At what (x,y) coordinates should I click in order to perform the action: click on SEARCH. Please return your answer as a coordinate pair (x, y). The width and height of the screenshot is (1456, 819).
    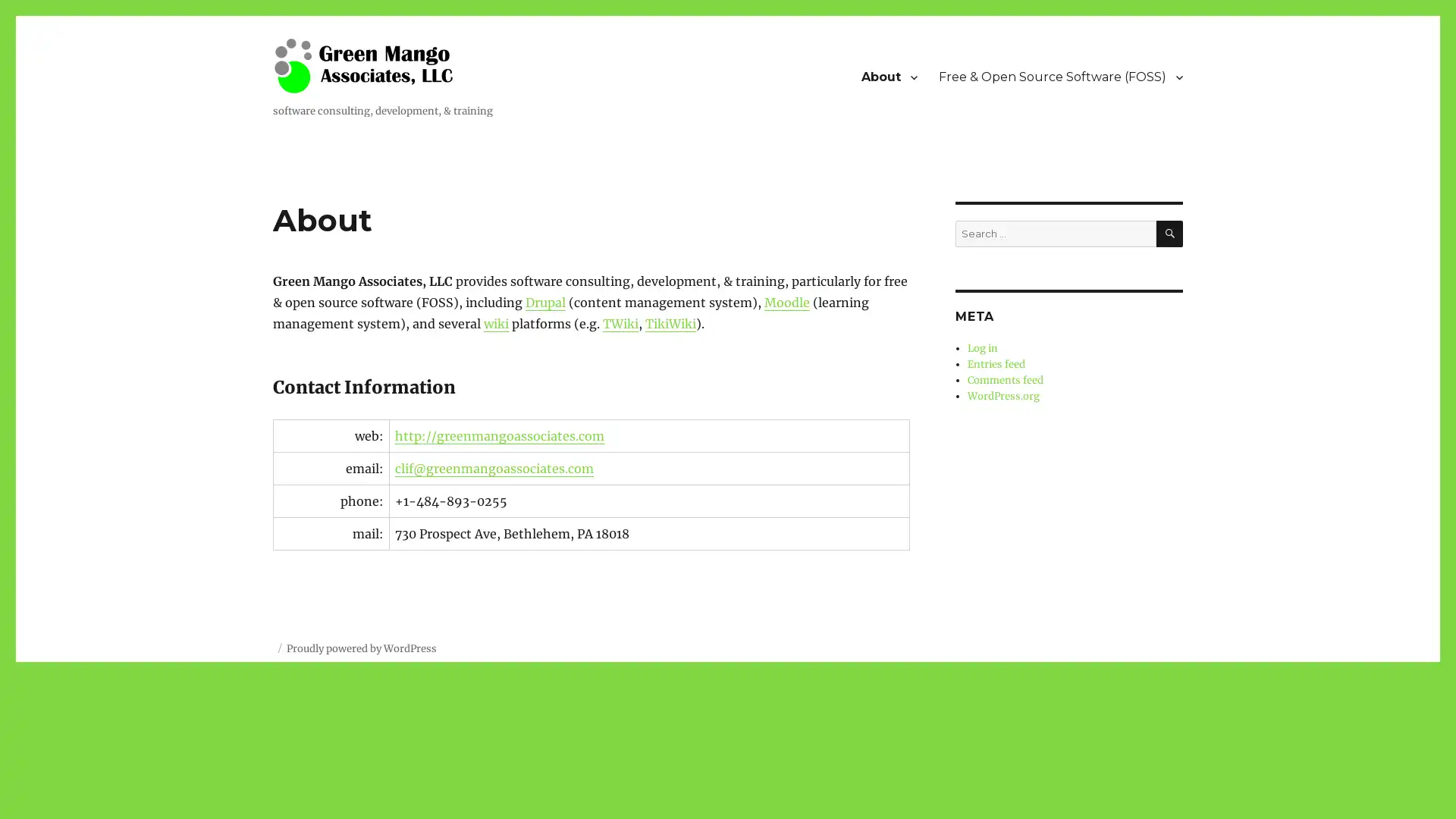
    Looking at the image, I should click on (1169, 234).